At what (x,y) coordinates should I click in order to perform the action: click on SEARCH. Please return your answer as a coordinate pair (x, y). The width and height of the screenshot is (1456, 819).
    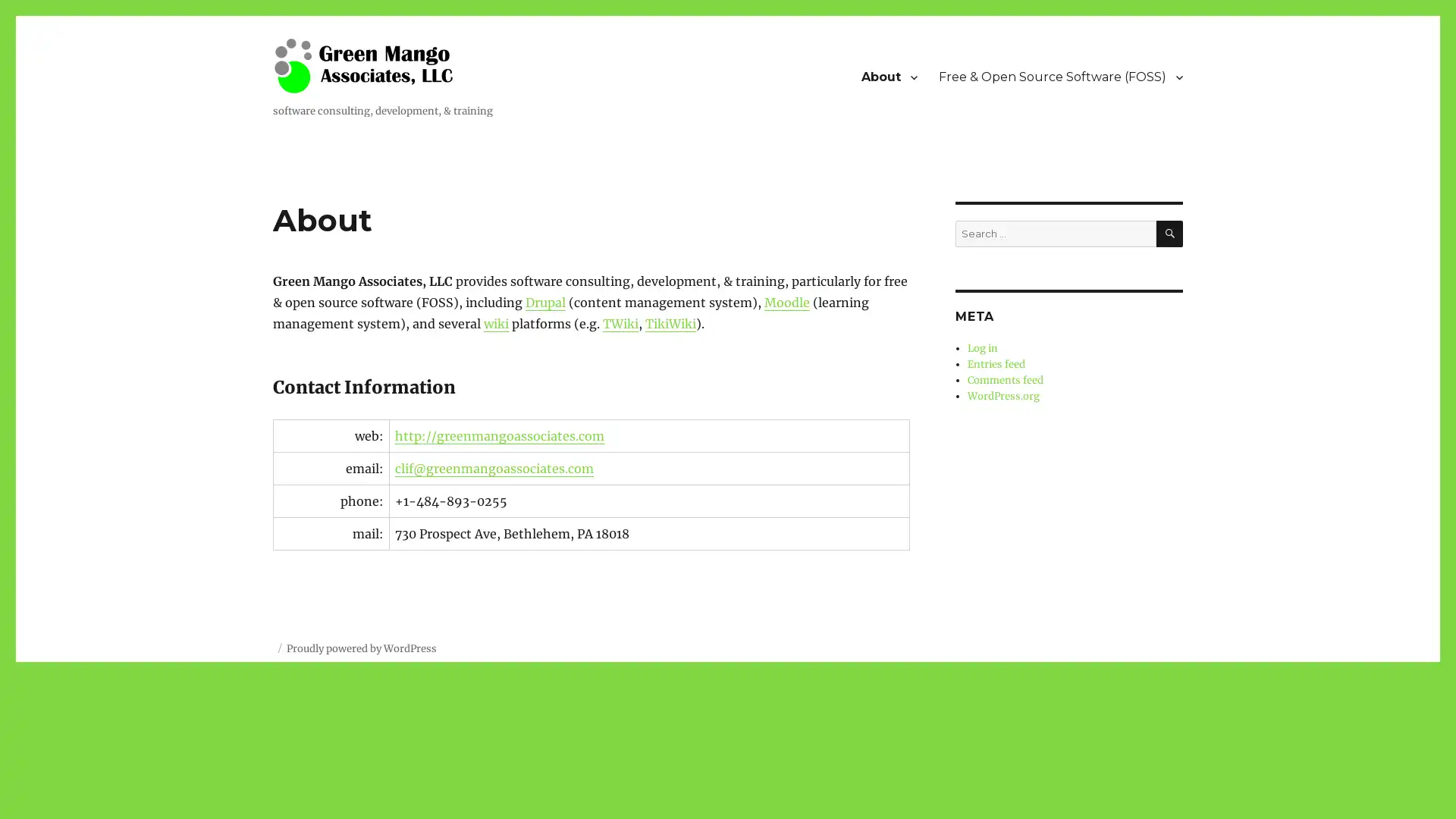
    Looking at the image, I should click on (1169, 234).